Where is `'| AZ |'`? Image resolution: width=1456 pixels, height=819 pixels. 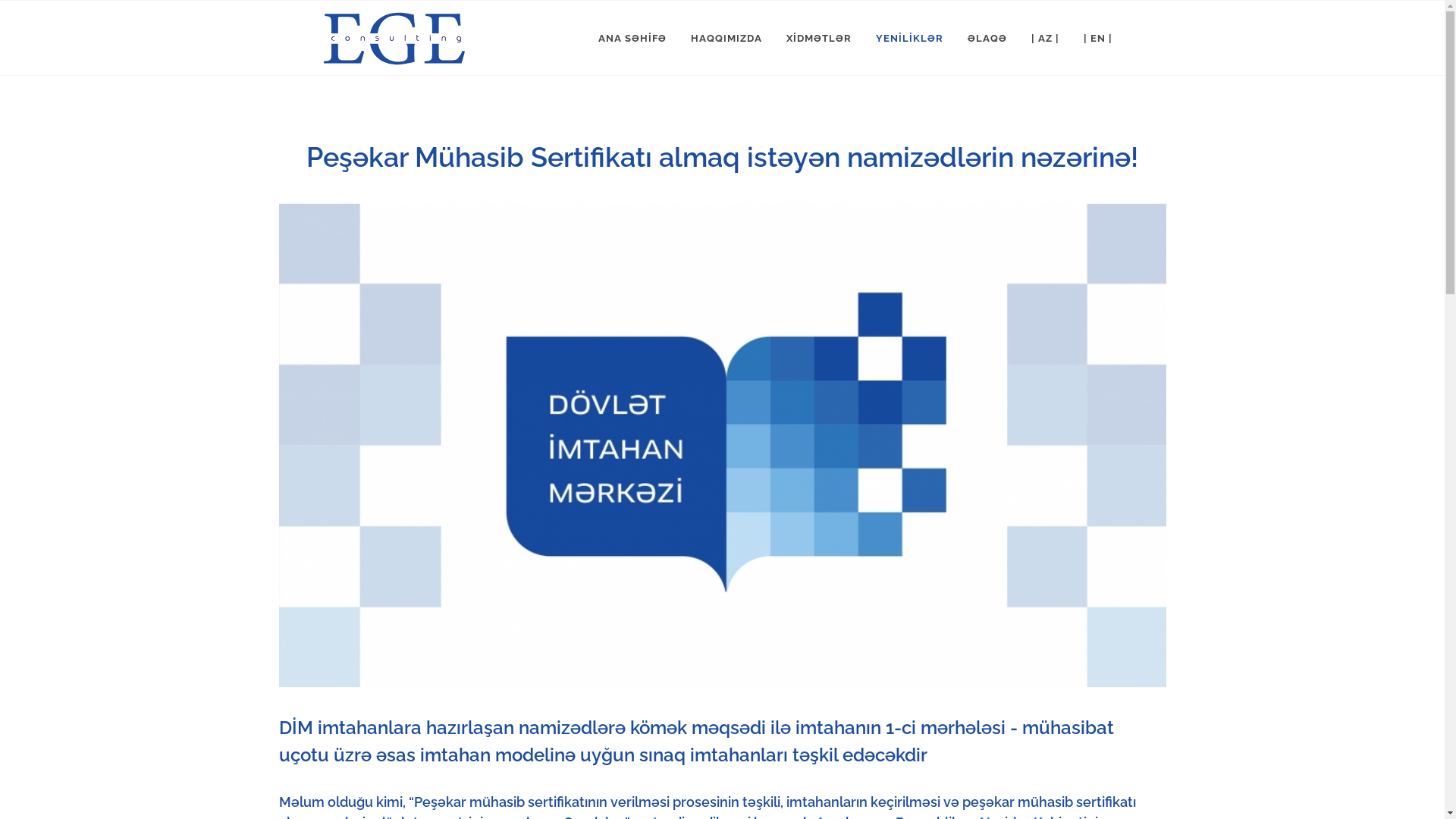
'| AZ |' is located at coordinates (1044, 37).